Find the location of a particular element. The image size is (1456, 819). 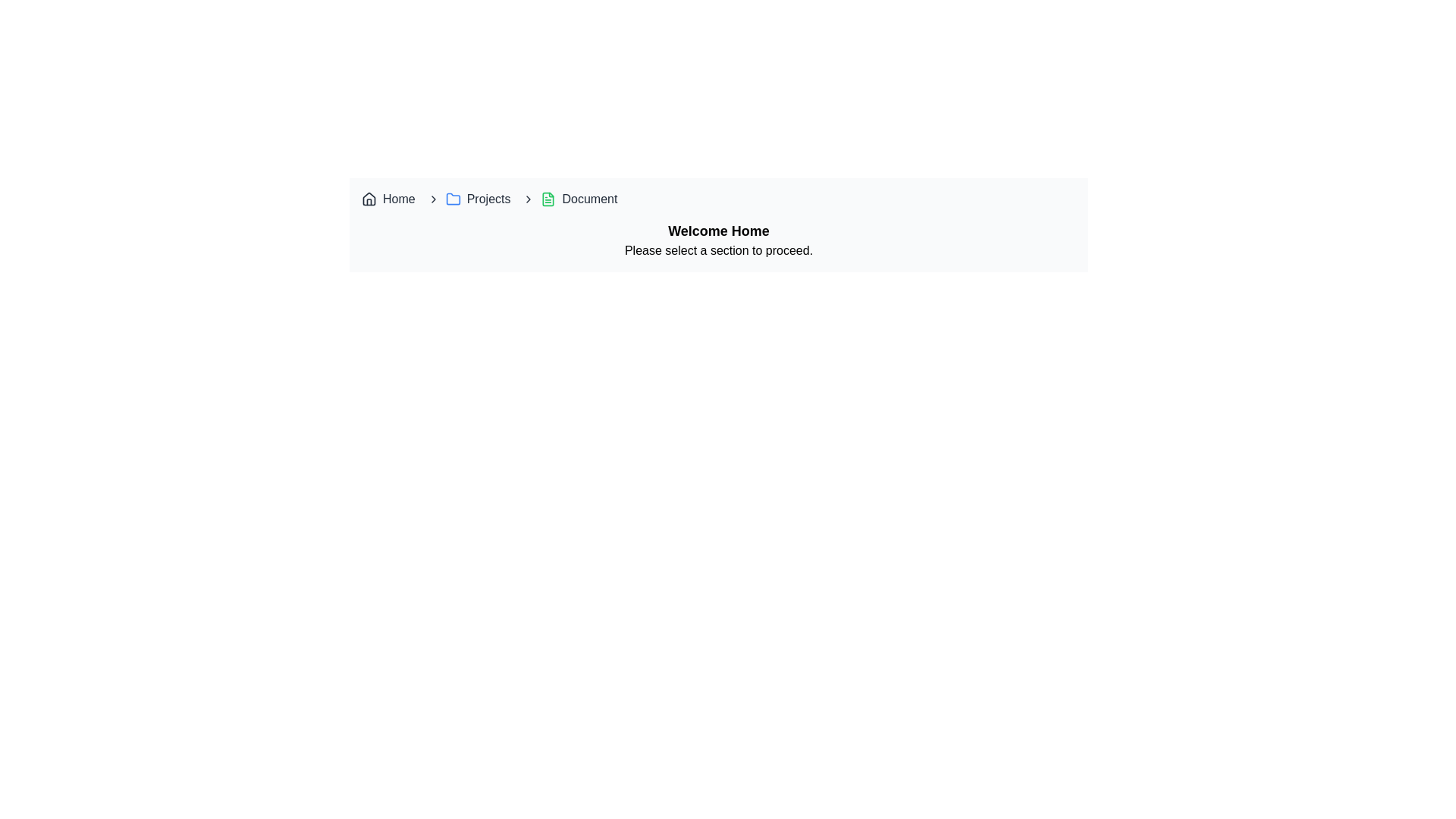

the Static Text Display element that provides a textual introduction or welcome message, located below the breadcrumb navigation bar with a gray background is located at coordinates (718, 239).